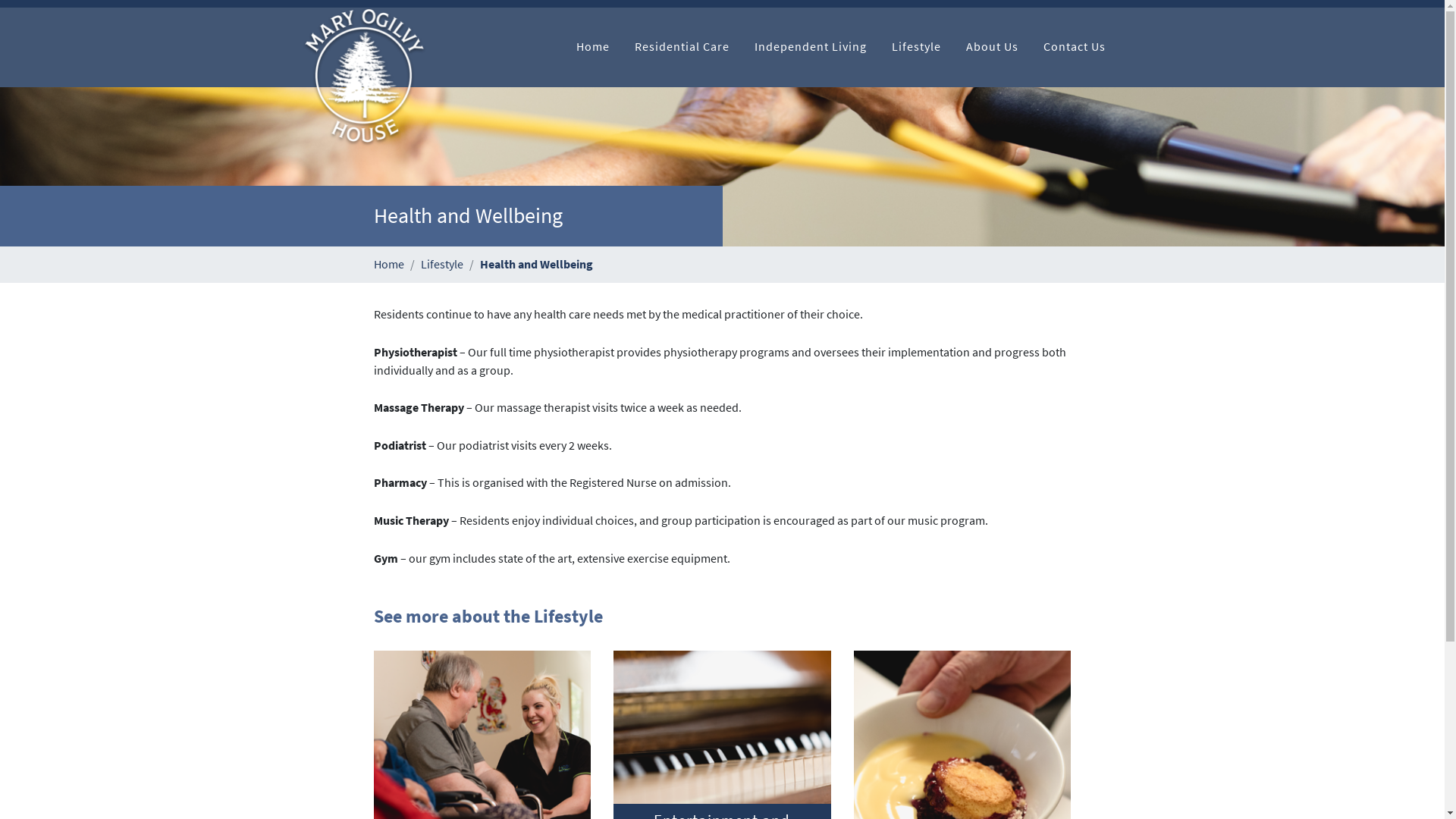 This screenshot has height=819, width=1456. What do you see at coordinates (915, 45) in the screenshot?
I see `'Lifestyle'` at bounding box center [915, 45].